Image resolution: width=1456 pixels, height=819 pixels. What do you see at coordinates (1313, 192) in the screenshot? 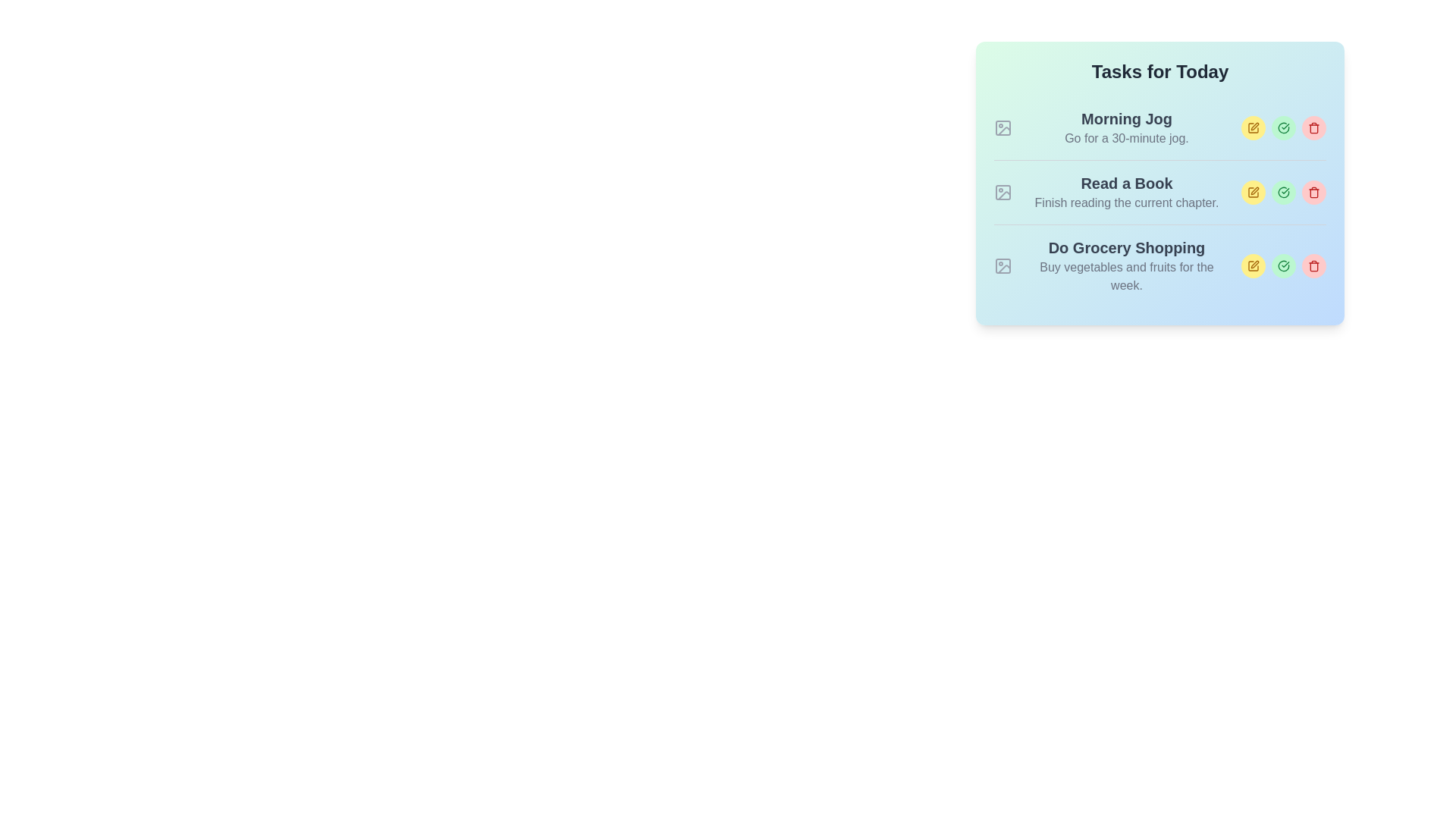
I see `the circular red button with a trashcan icon, which is the rightmost button in the action group for the 'Read a Book' task` at bounding box center [1313, 192].